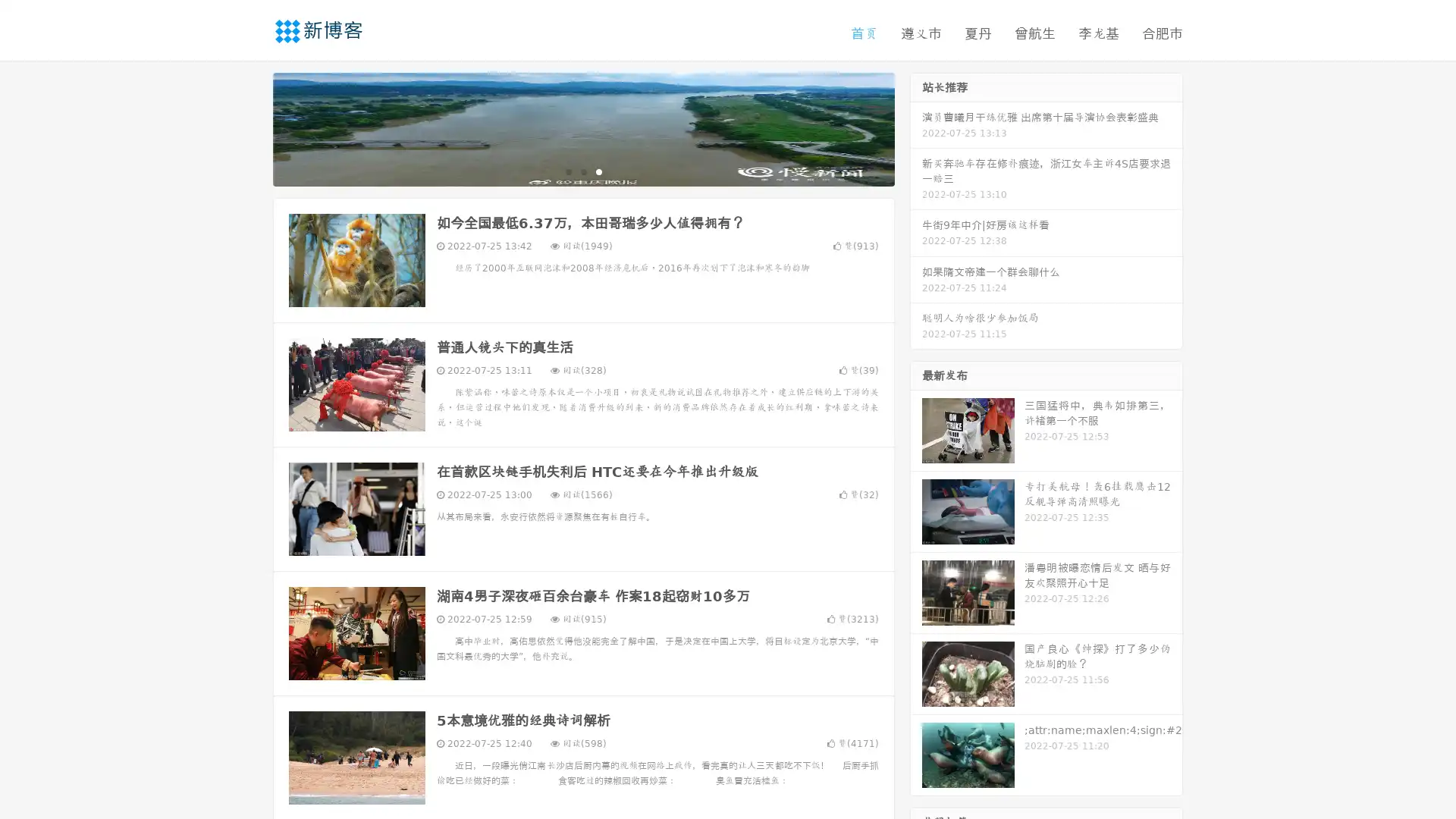 Image resolution: width=1456 pixels, height=819 pixels. What do you see at coordinates (598, 171) in the screenshot?
I see `Go to slide 3` at bounding box center [598, 171].